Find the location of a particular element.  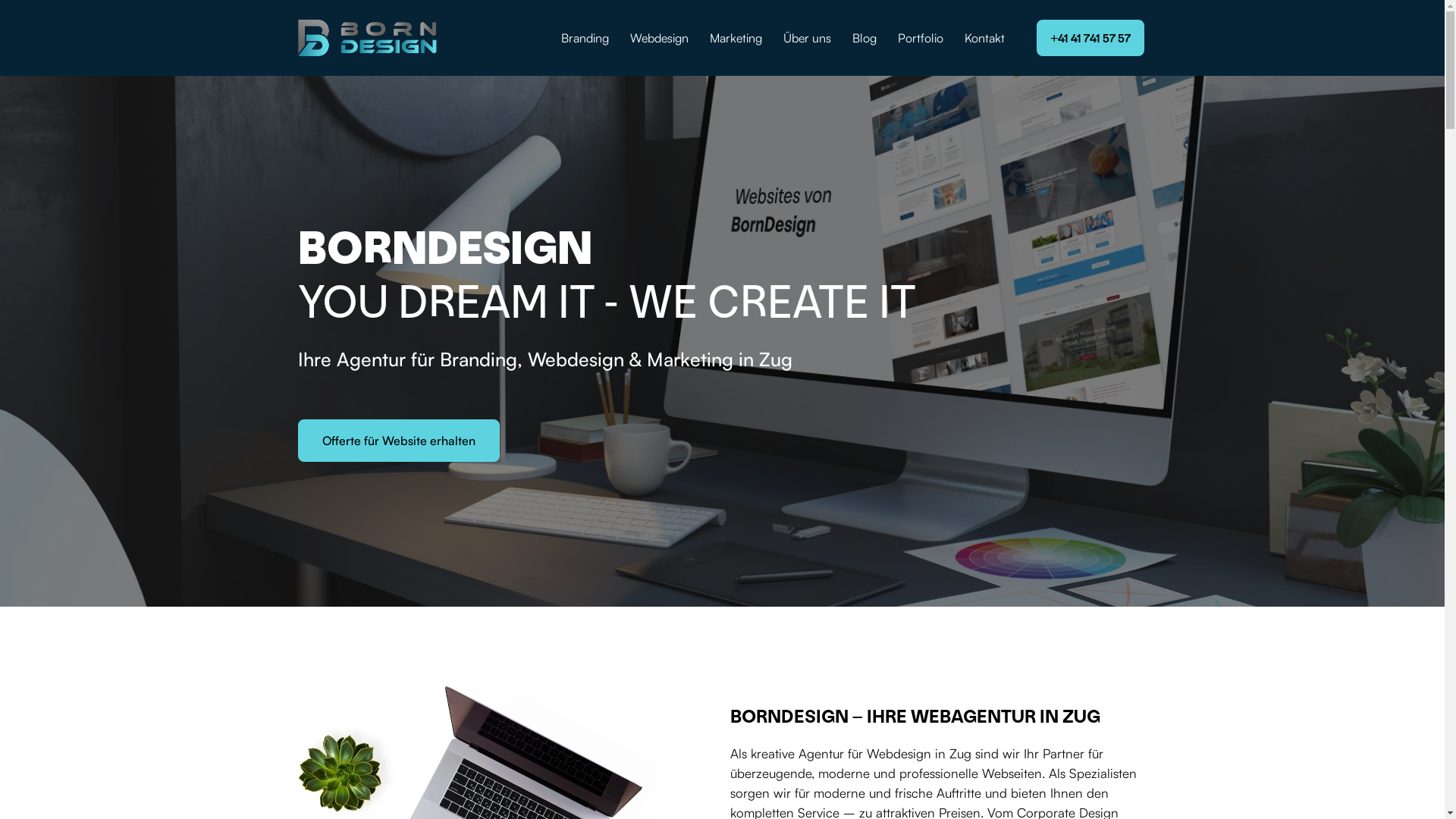

'Portfolio' is located at coordinates (920, 37).